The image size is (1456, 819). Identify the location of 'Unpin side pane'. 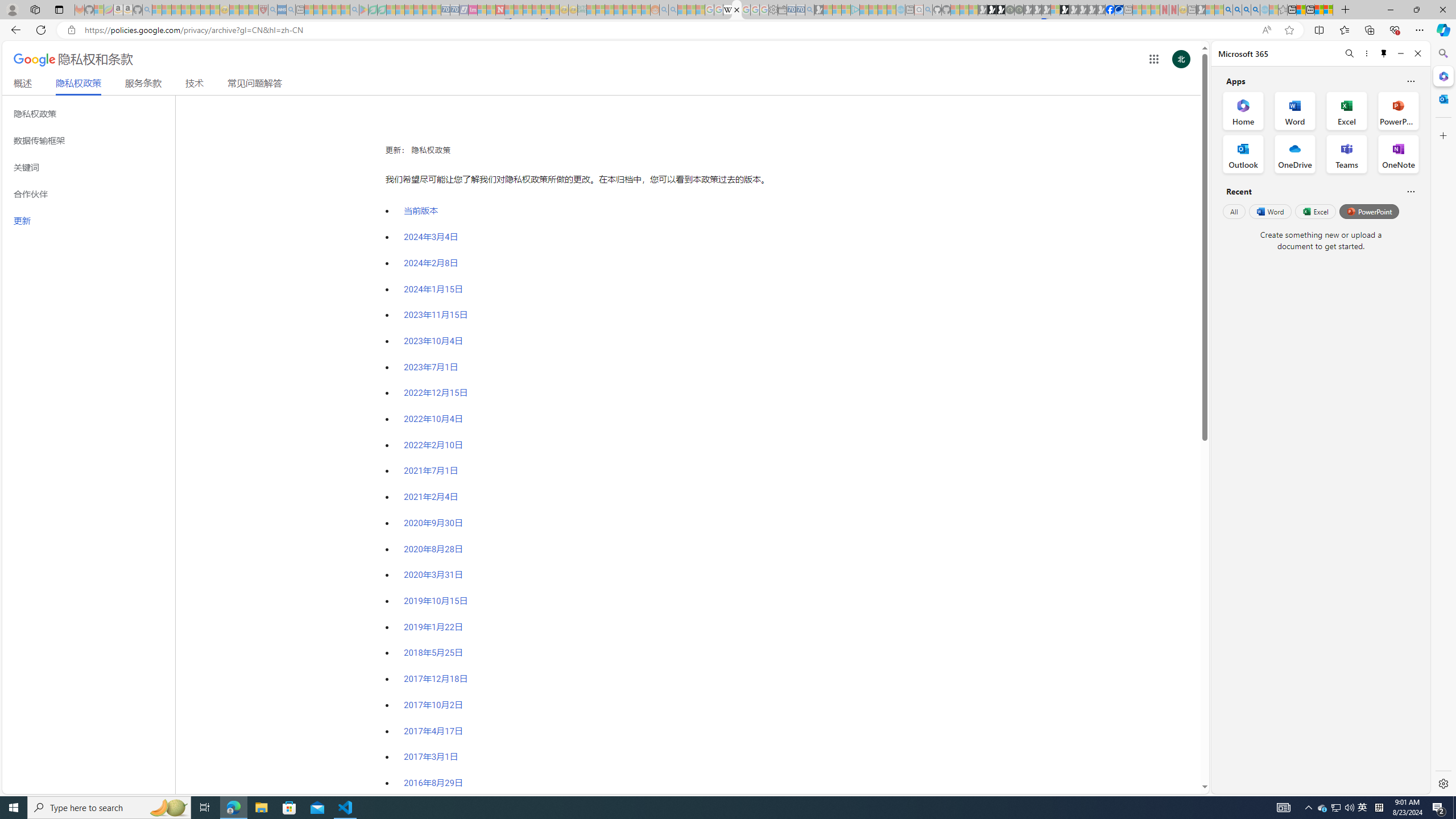
(1384, 53).